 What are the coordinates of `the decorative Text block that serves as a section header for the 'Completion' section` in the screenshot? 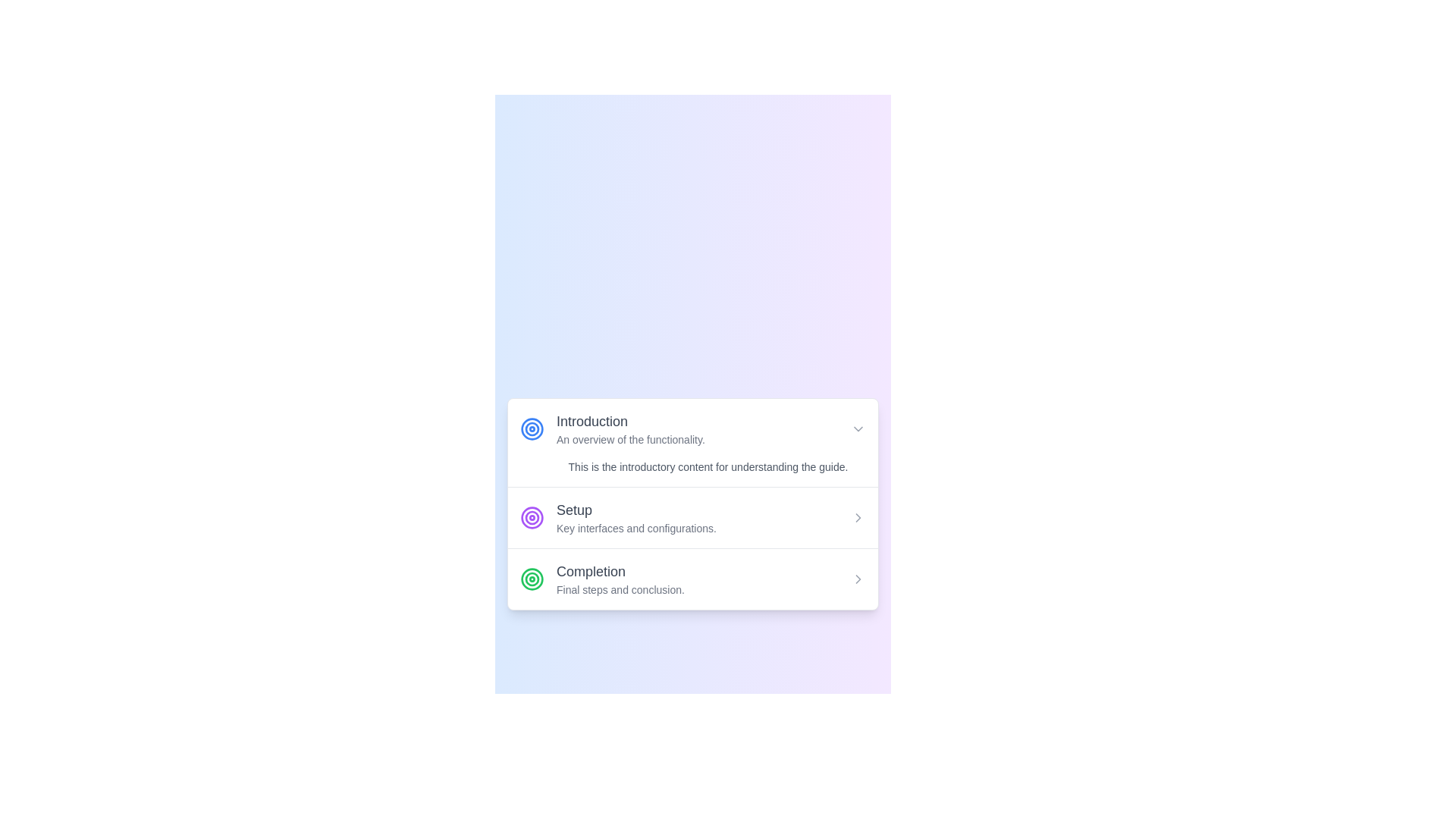 It's located at (620, 579).